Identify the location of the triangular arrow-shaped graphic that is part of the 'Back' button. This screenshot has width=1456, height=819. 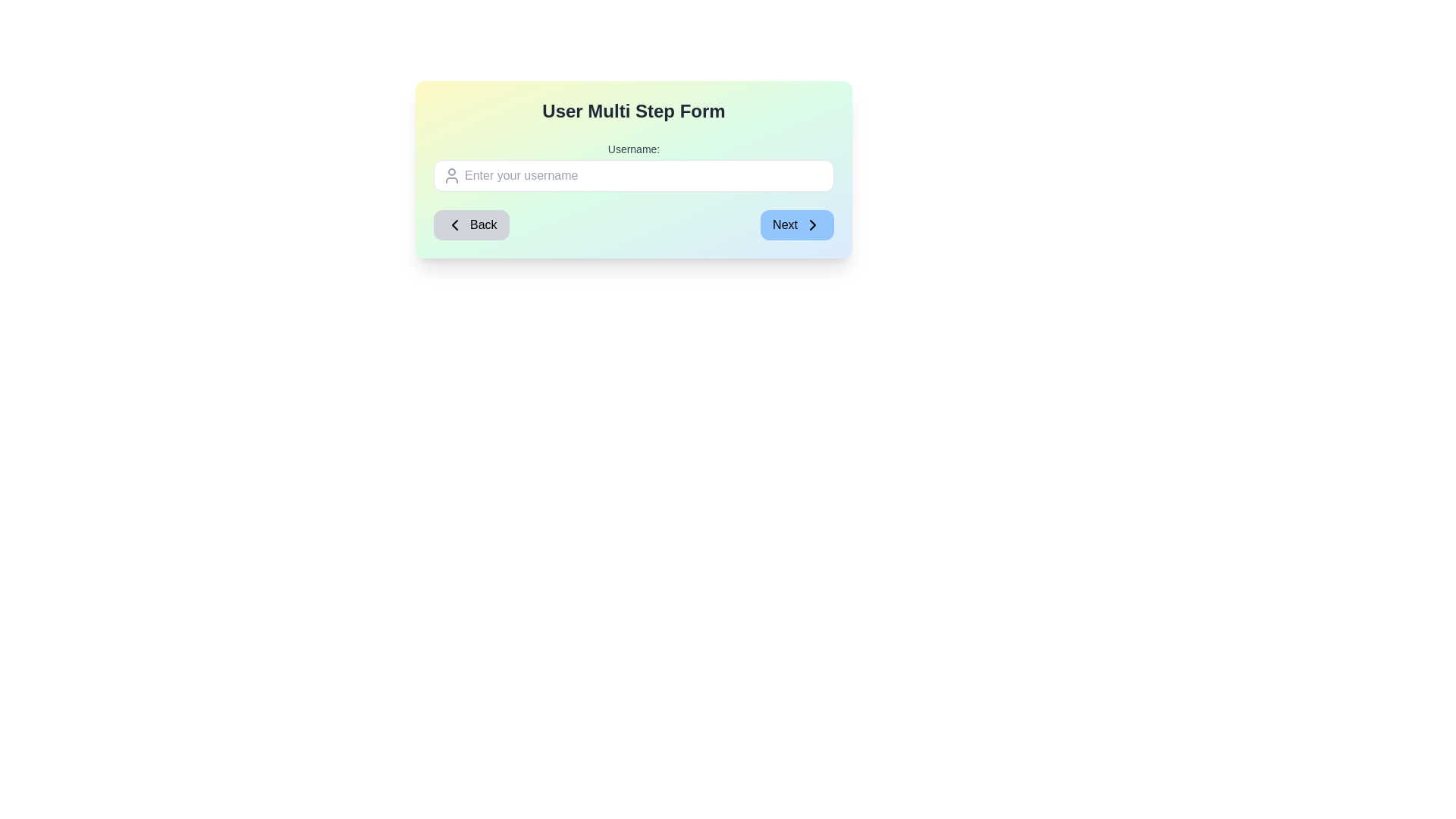
(454, 225).